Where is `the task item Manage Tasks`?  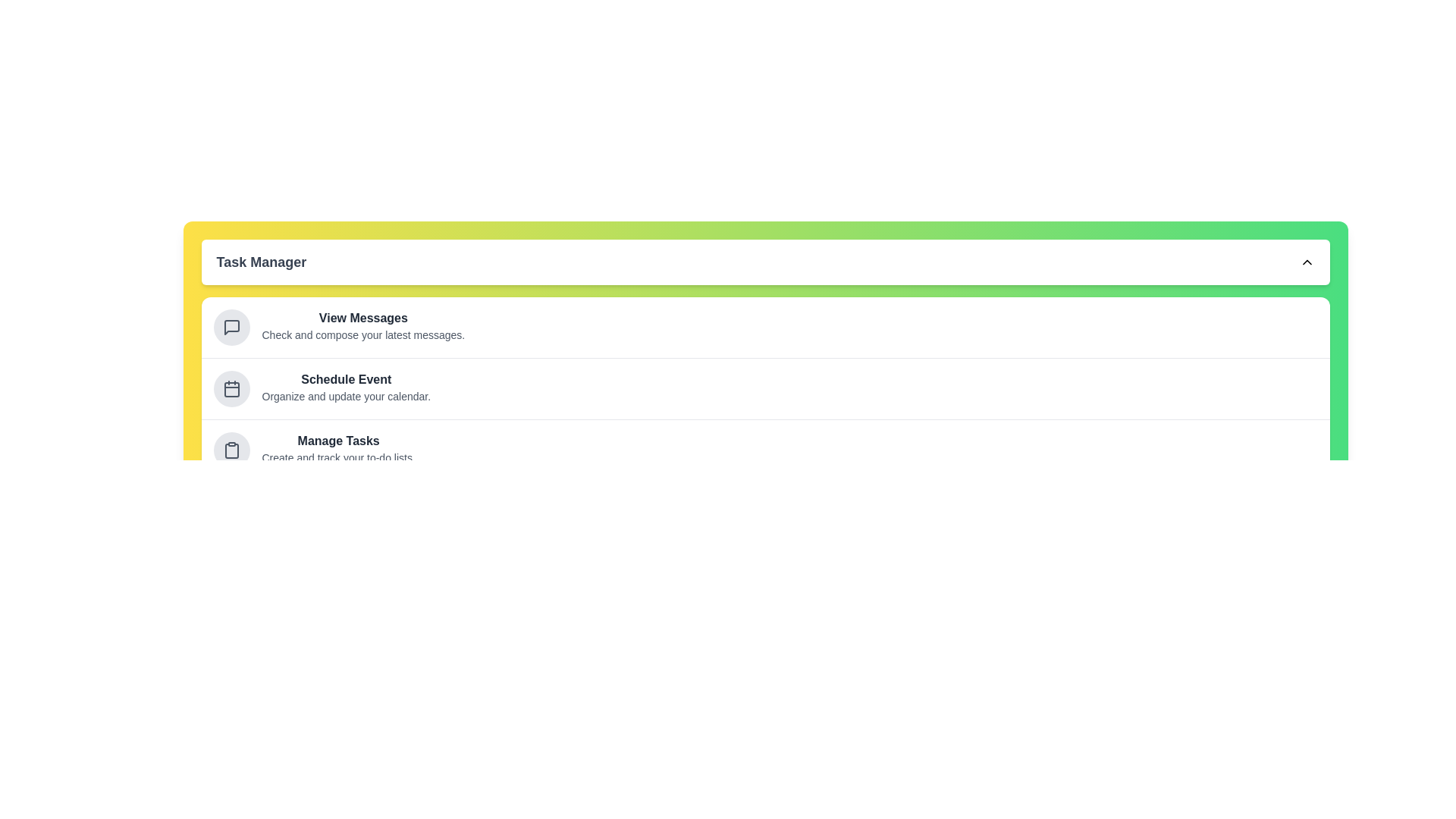 the task item Manage Tasks is located at coordinates (231, 450).